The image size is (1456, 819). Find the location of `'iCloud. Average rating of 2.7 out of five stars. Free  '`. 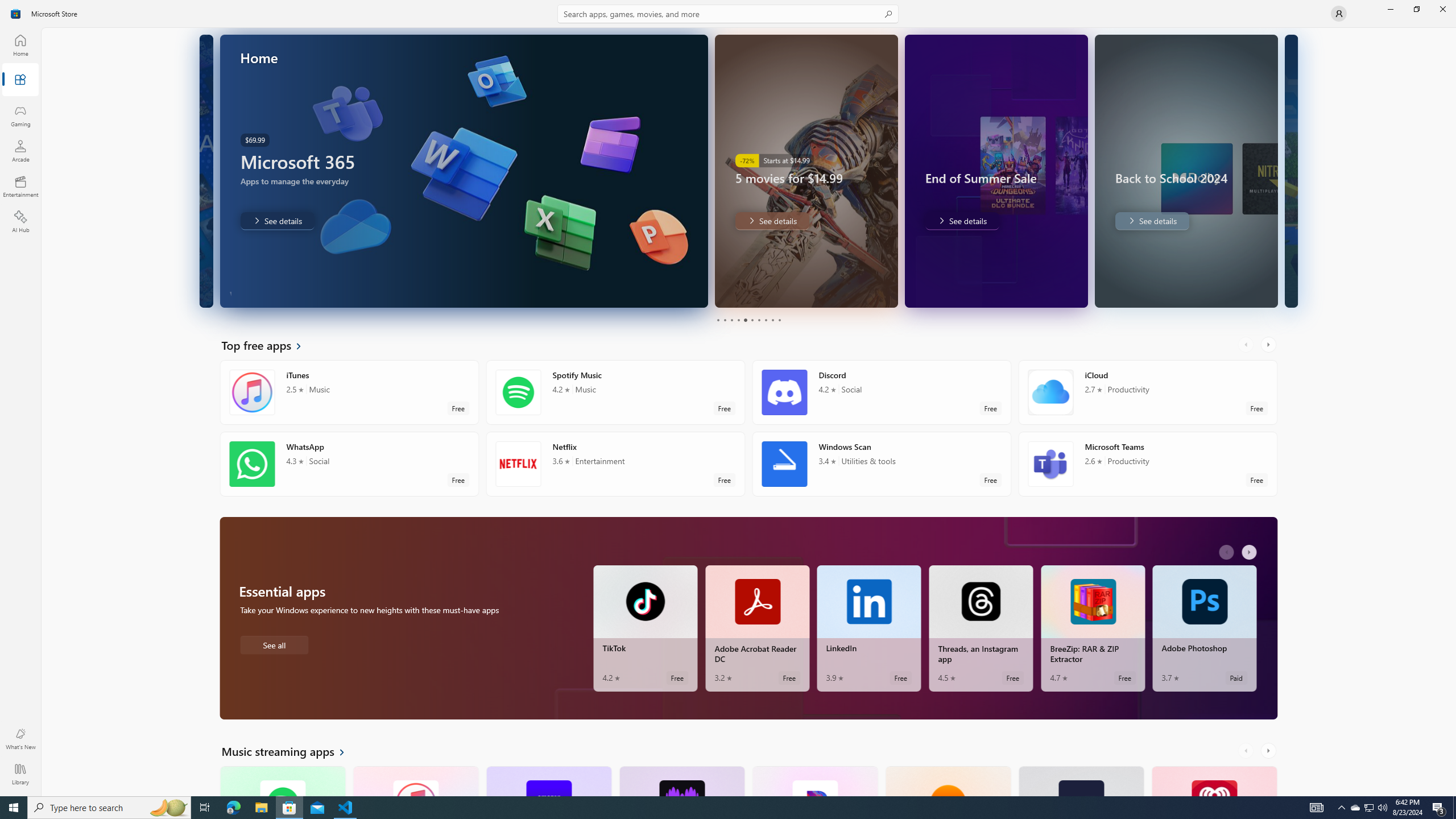

'iCloud. Average rating of 2.7 out of five stars. Free  ' is located at coordinates (1147, 392).